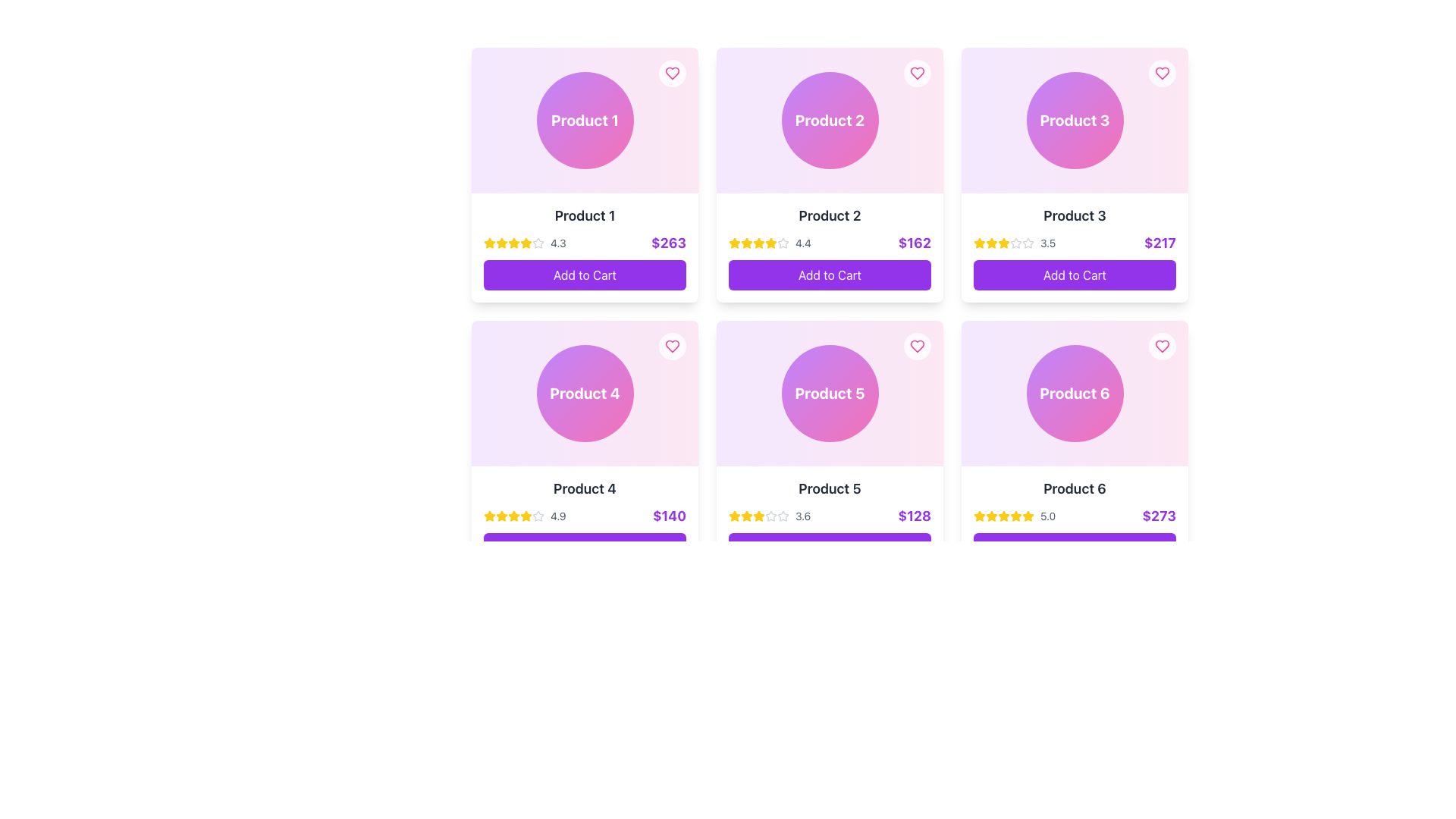  What do you see at coordinates (916, 73) in the screenshot?
I see `the heart icon button with a pink outline located in the top-right corner of the 'Product 2' card` at bounding box center [916, 73].